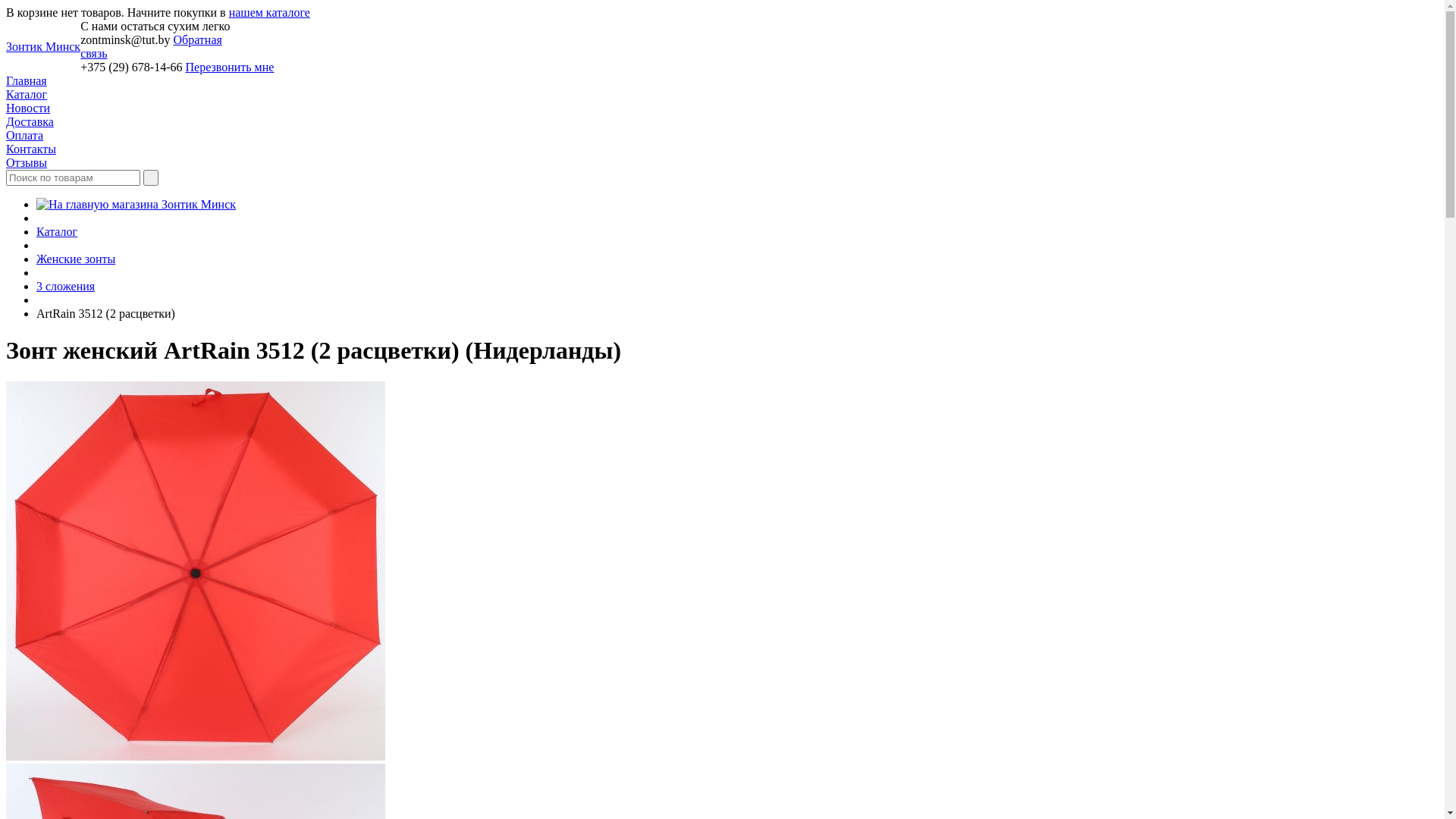 Image resolution: width=1456 pixels, height=819 pixels. I want to click on ' ', so click(150, 177).